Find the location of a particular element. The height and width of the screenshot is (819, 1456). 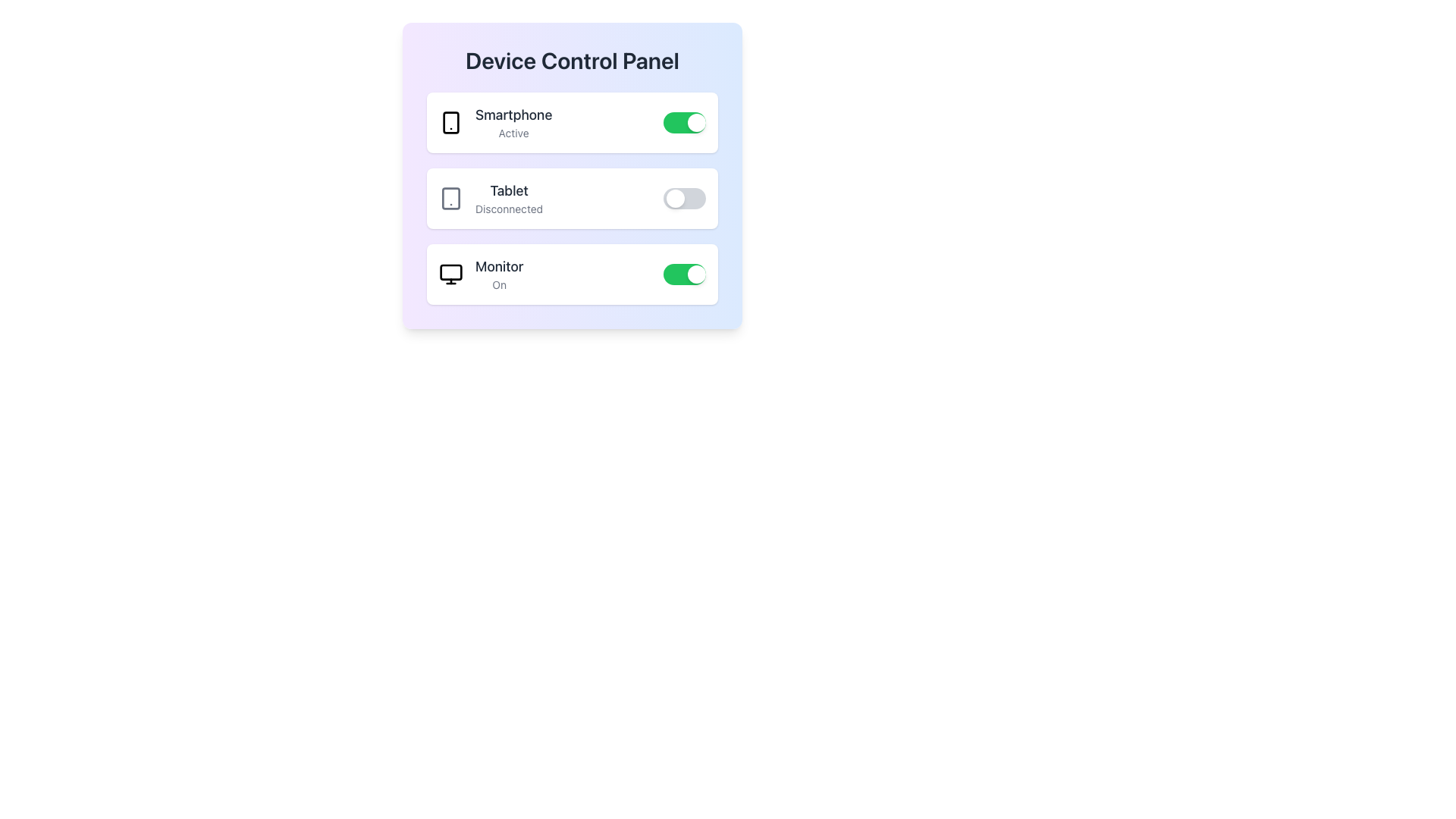

the toggle switch located on the right side of the 'Tablet Disconnected' row is located at coordinates (683, 198).